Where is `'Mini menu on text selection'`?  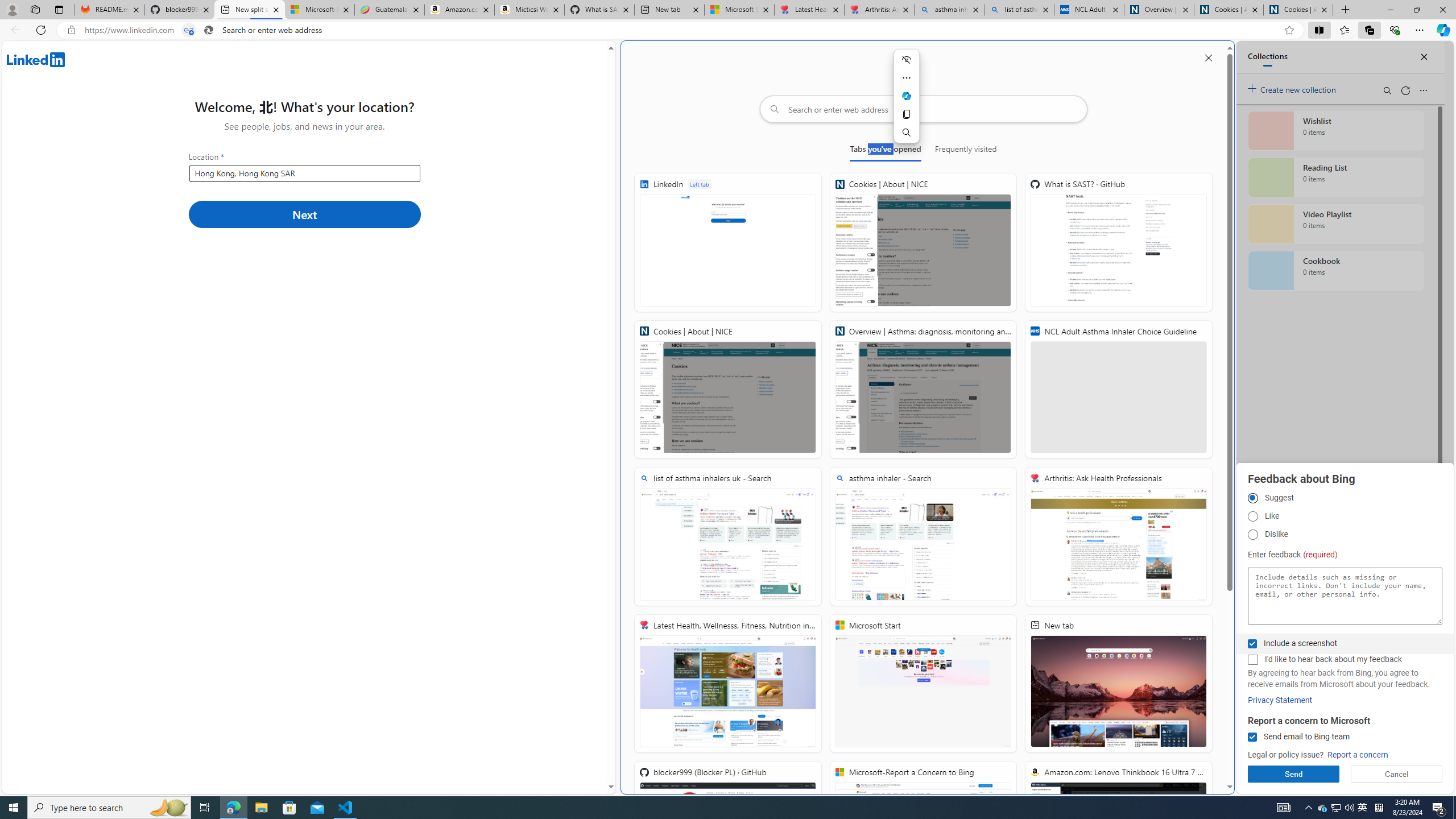
'Mini menu on text selection' is located at coordinates (906, 102).